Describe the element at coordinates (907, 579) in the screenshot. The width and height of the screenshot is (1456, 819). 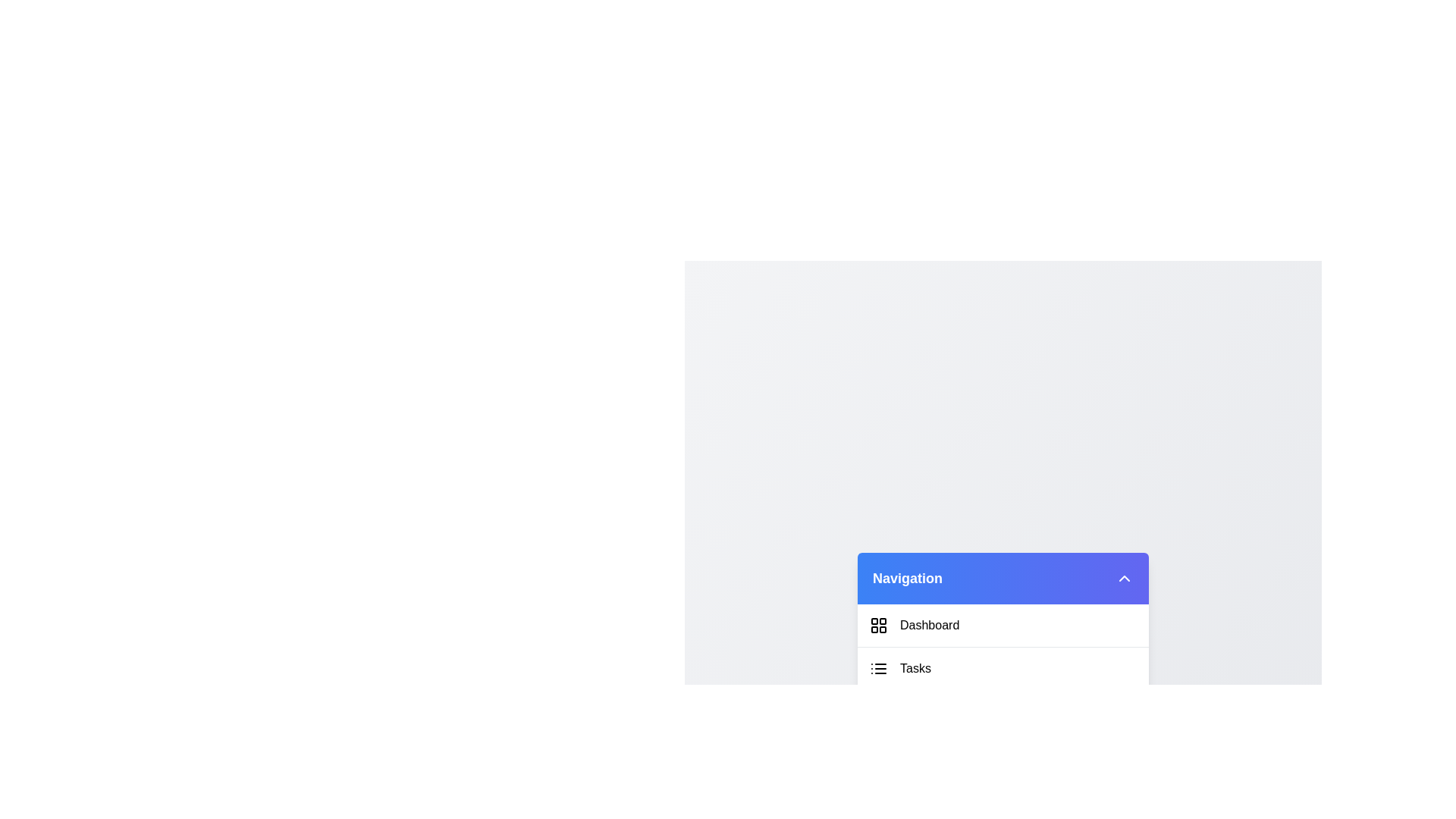
I see `the title text 'Navigation' to interact with it` at that location.